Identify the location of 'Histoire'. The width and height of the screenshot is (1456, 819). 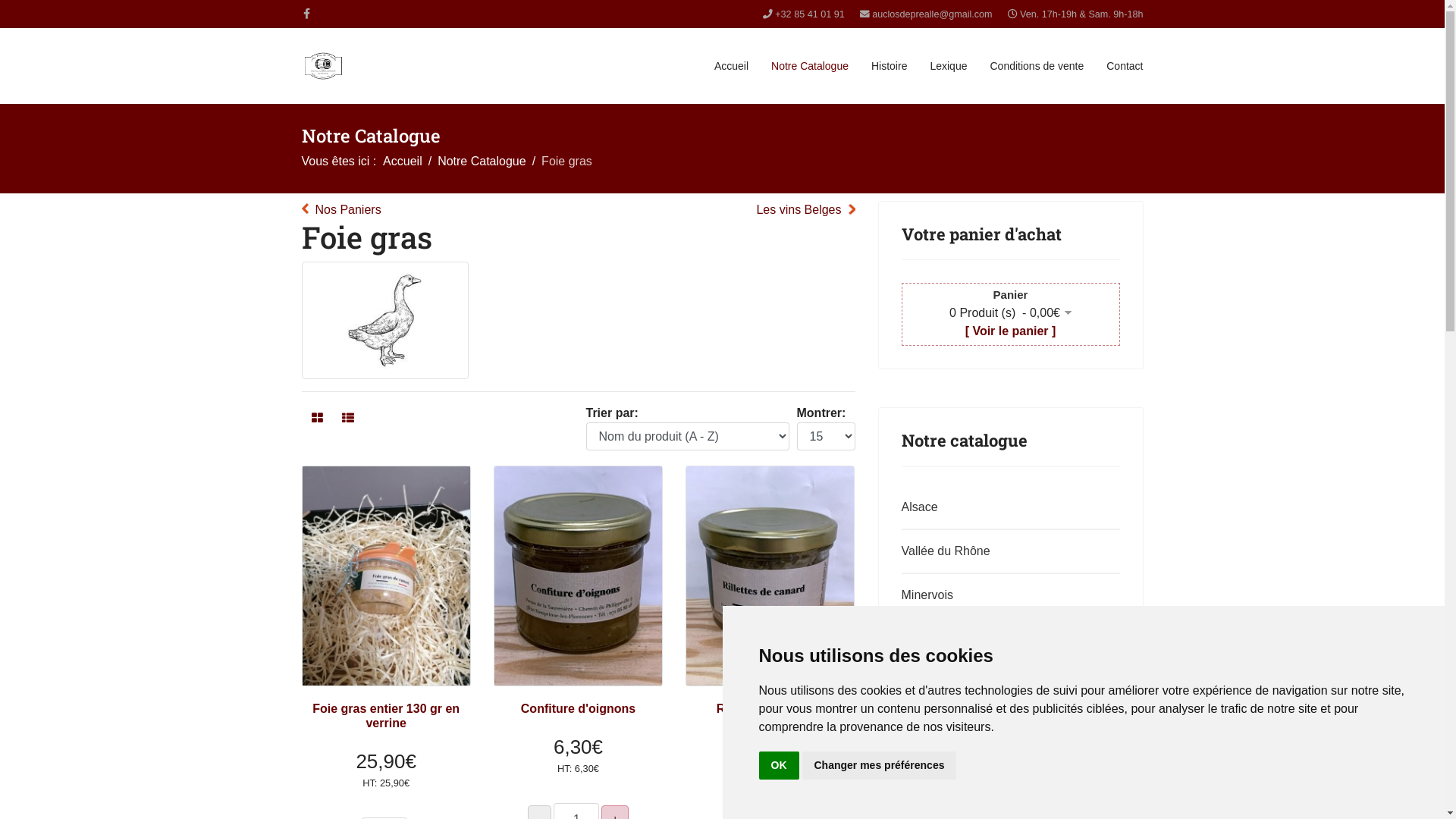
(889, 65).